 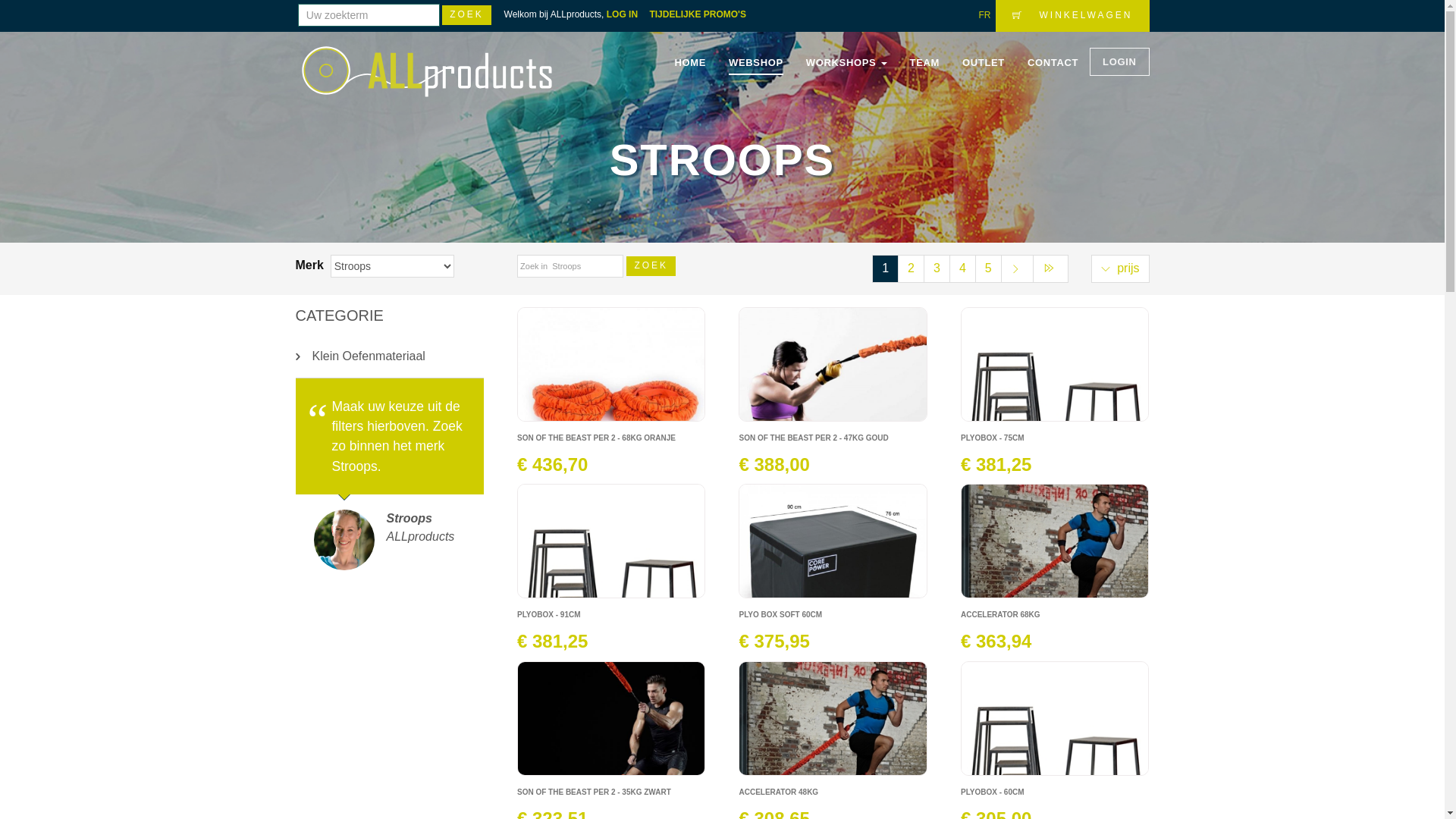 I want to click on 'OUTLET', so click(x=983, y=62).